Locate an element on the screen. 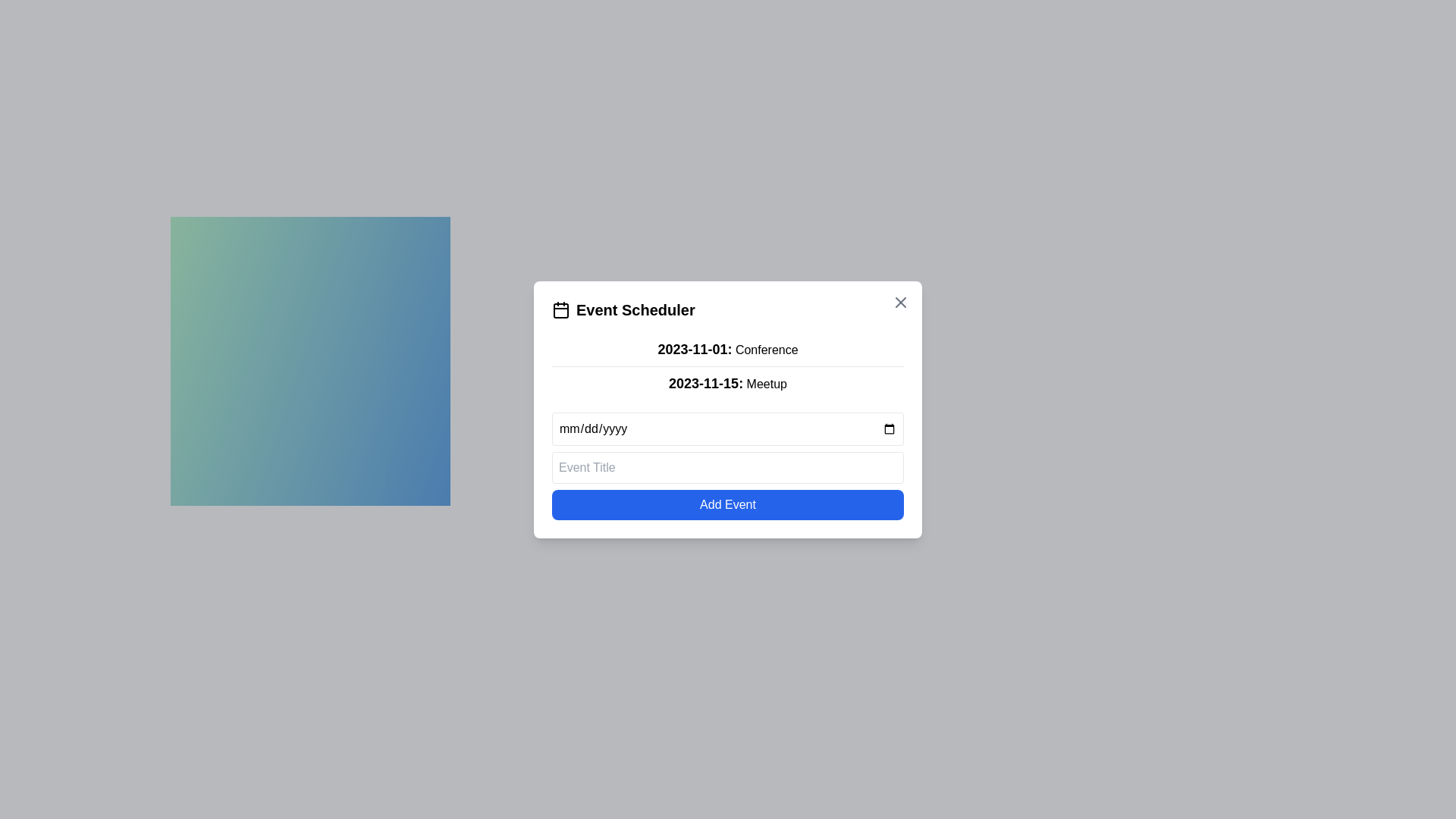 Image resolution: width=1456 pixels, height=819 pixels. the calendar icon located at the top-left corner of the 'Event Scheduler' panel, adjacent to the title text 'Event Scheduler' is located at coordinates (560, 309).